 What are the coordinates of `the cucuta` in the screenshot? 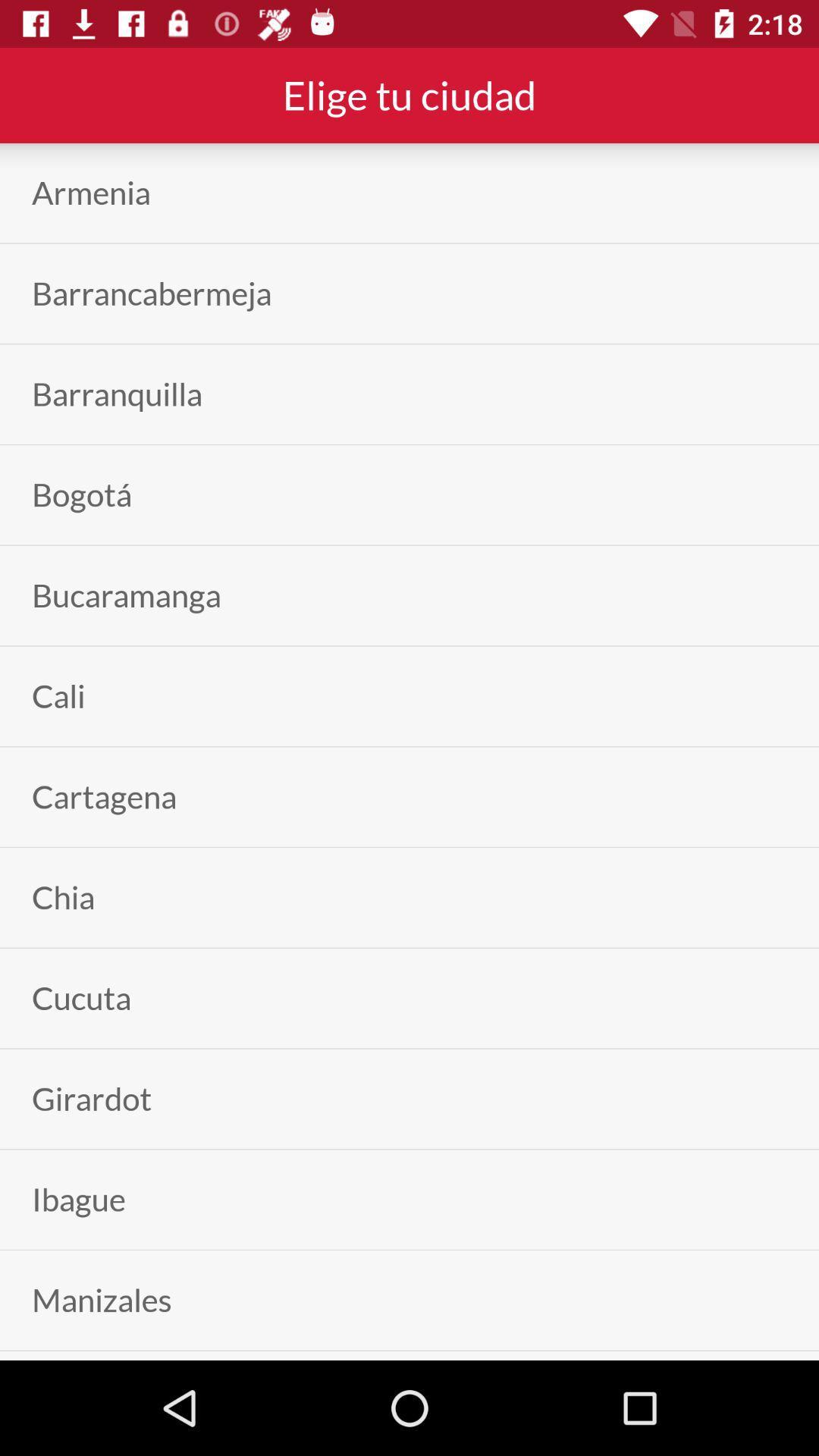 It's located at (81, 998).